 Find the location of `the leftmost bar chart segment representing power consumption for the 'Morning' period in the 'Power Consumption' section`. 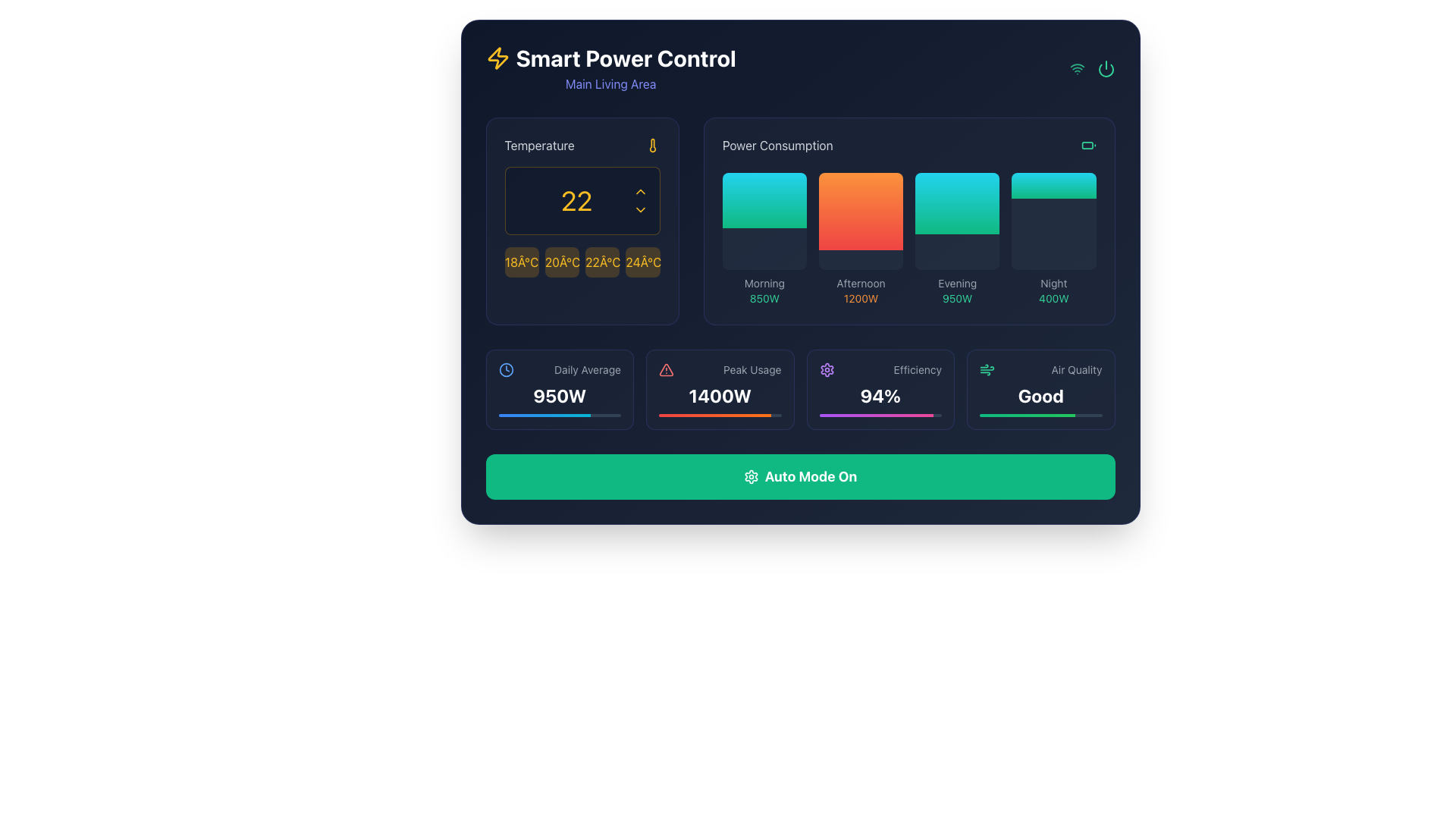

the leftmost bar chart segment representing power consumption for the 'Morning' period in the 'Power Consumption' section is located at coordinates (764, 221).